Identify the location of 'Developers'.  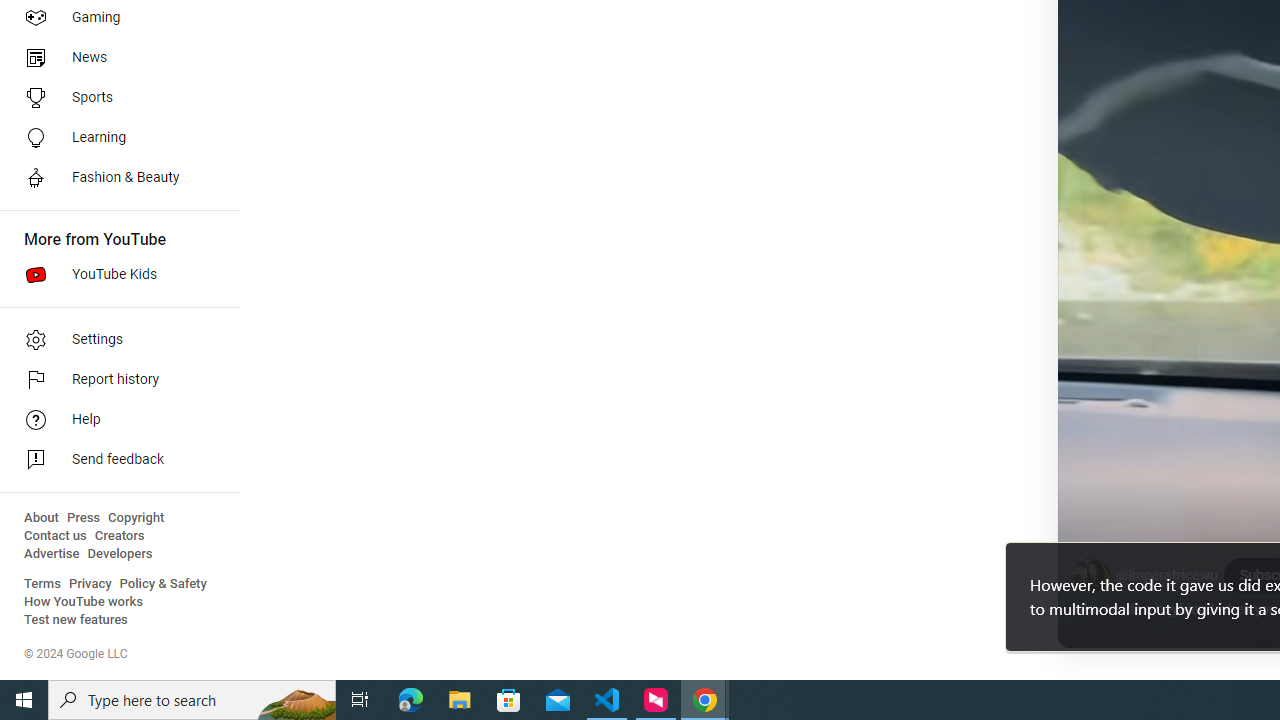
(119, 554).